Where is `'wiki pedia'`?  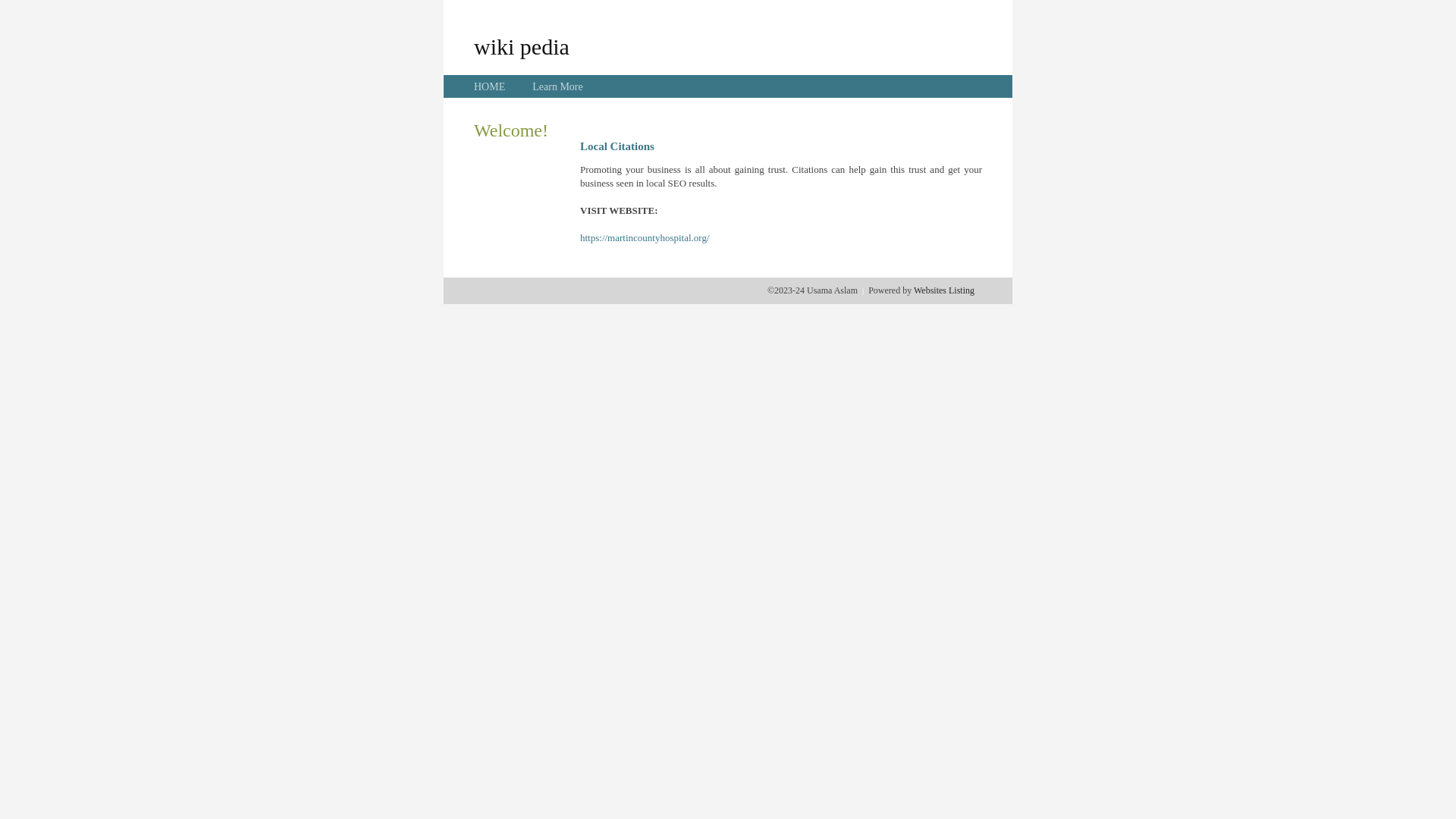 'wiki pedia' is located at coordinates (472, 45).